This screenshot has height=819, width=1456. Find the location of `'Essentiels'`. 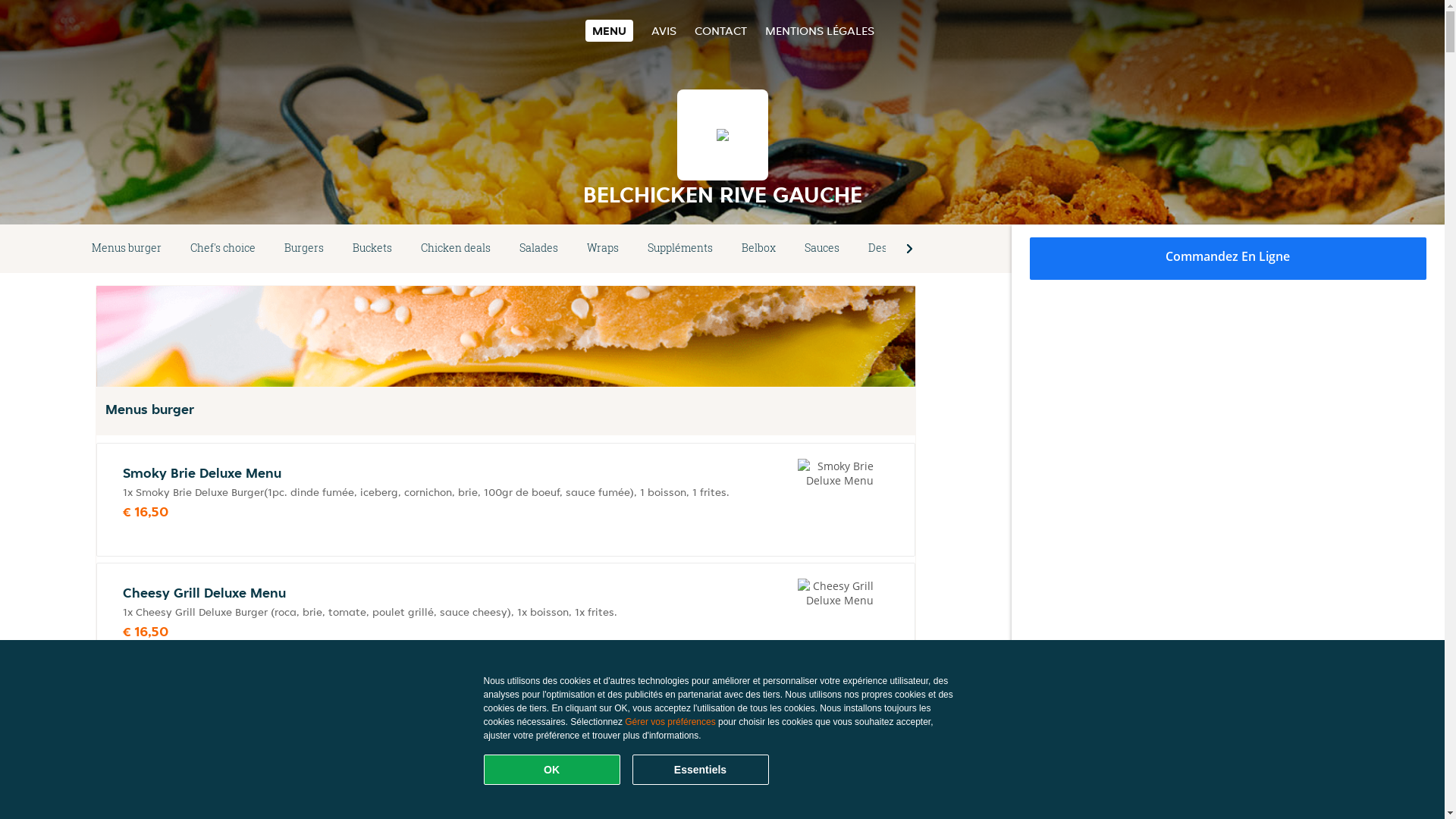

'Essentiels' is located at coordinates (632, 769).